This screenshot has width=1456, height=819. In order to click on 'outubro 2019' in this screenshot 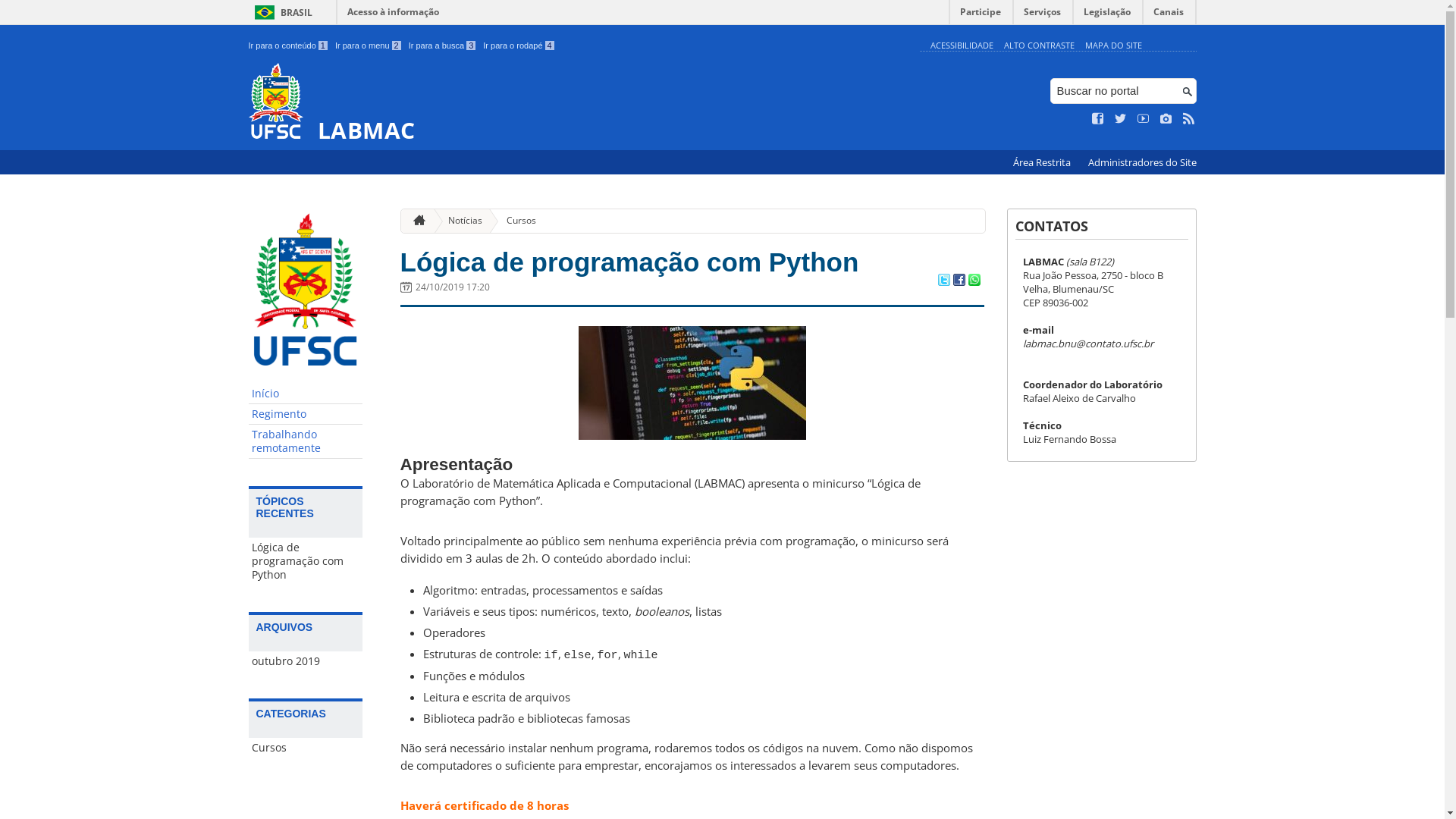, I will do `click(305, 660)`.